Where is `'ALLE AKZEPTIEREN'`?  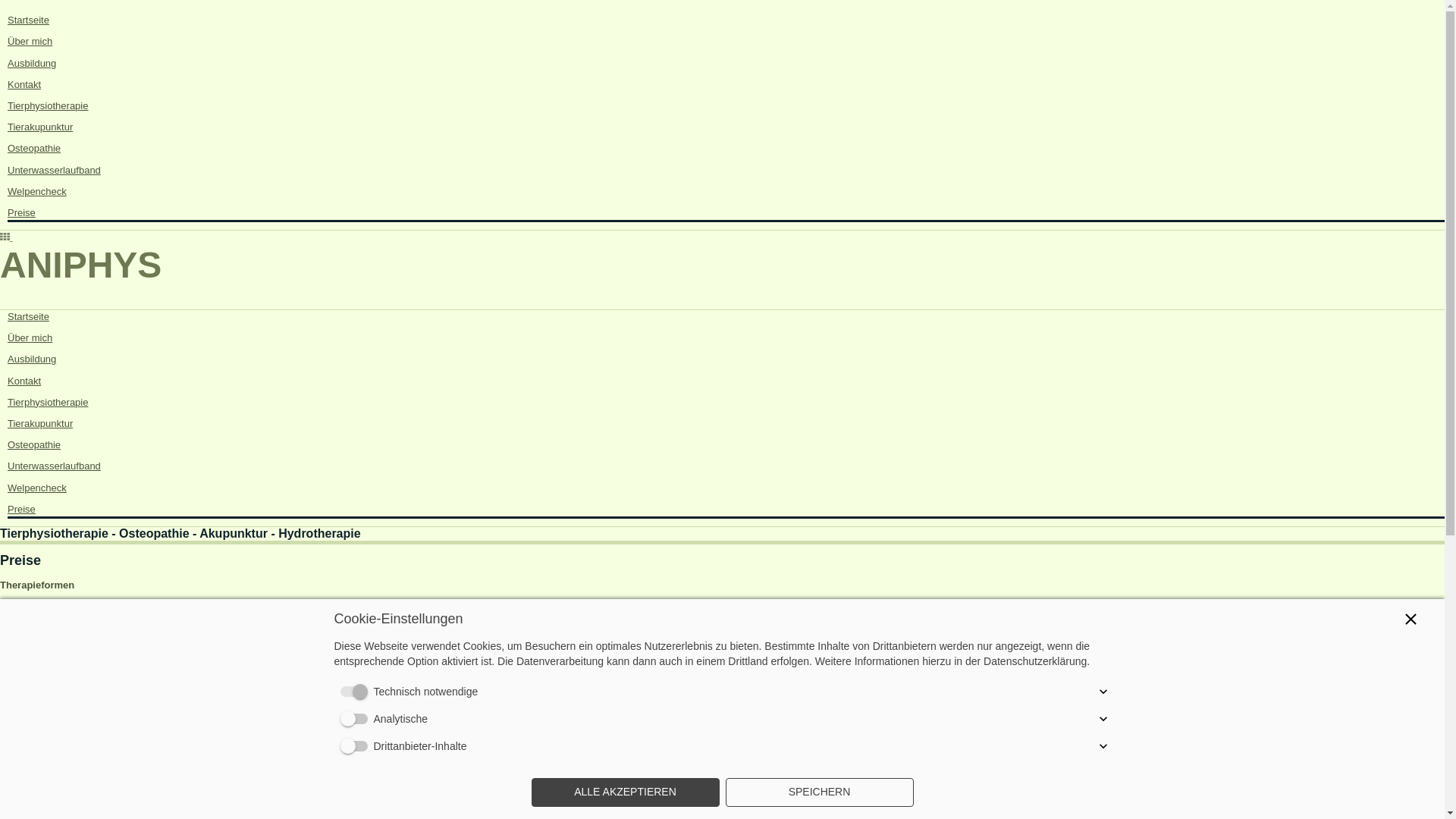 'ALLE AKZEPTIEREN' is located at coordinates (625, 792).